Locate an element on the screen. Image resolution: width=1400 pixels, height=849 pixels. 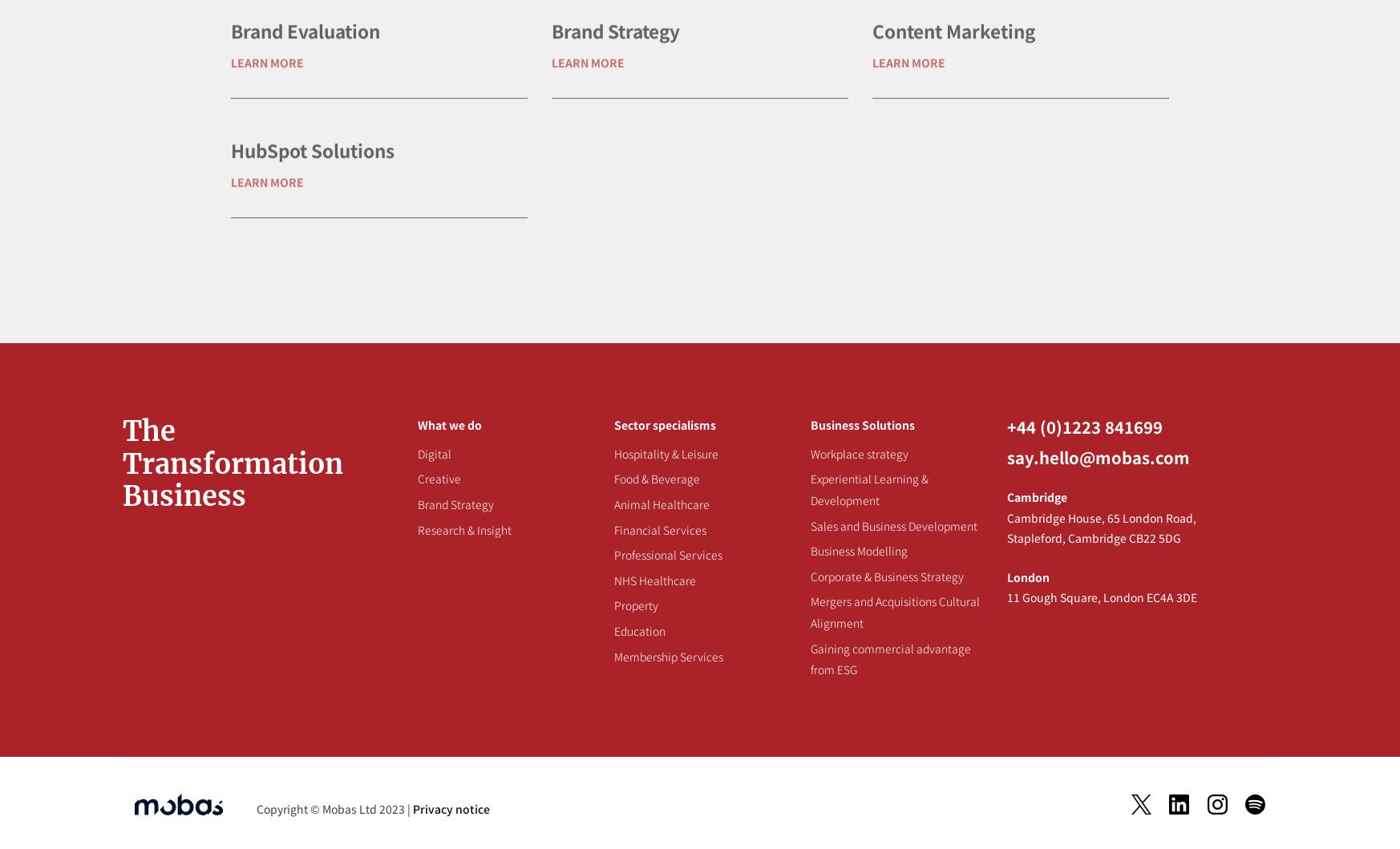
'Cambridge House, 65 London Road,' is located at coordinates (1101, 517).